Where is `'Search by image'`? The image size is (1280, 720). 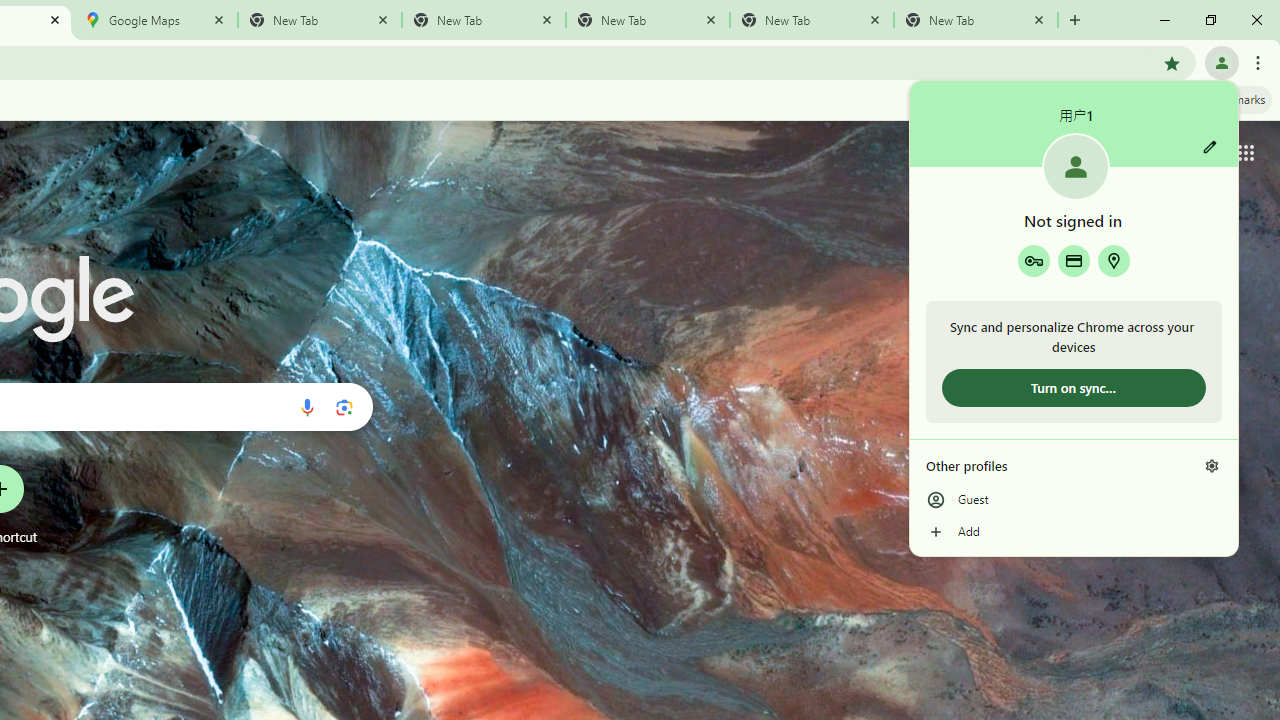 'Search by image' is located at coordinates (344, 406).